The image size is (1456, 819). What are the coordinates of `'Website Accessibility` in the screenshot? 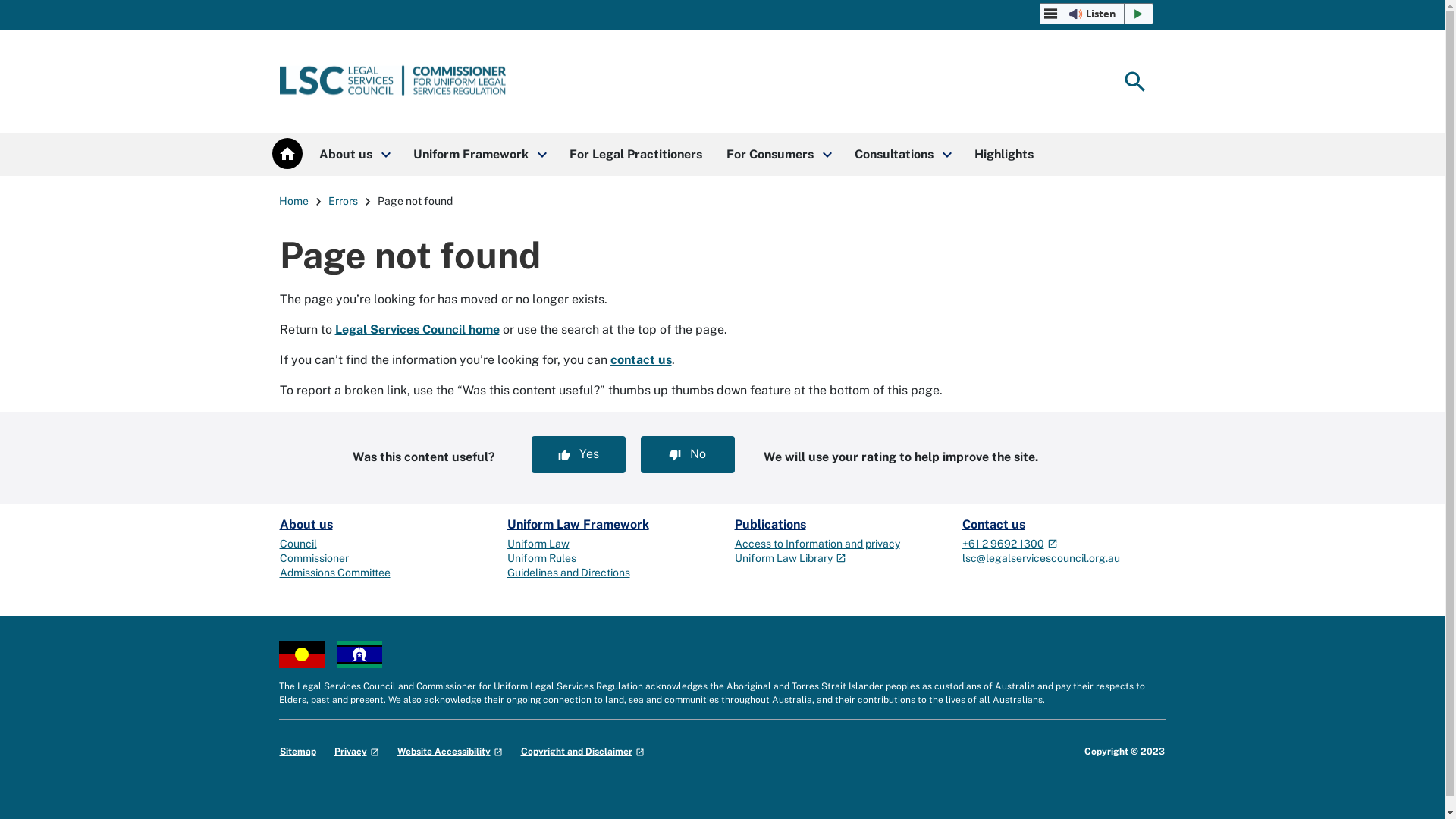 It's located at (449, 752).